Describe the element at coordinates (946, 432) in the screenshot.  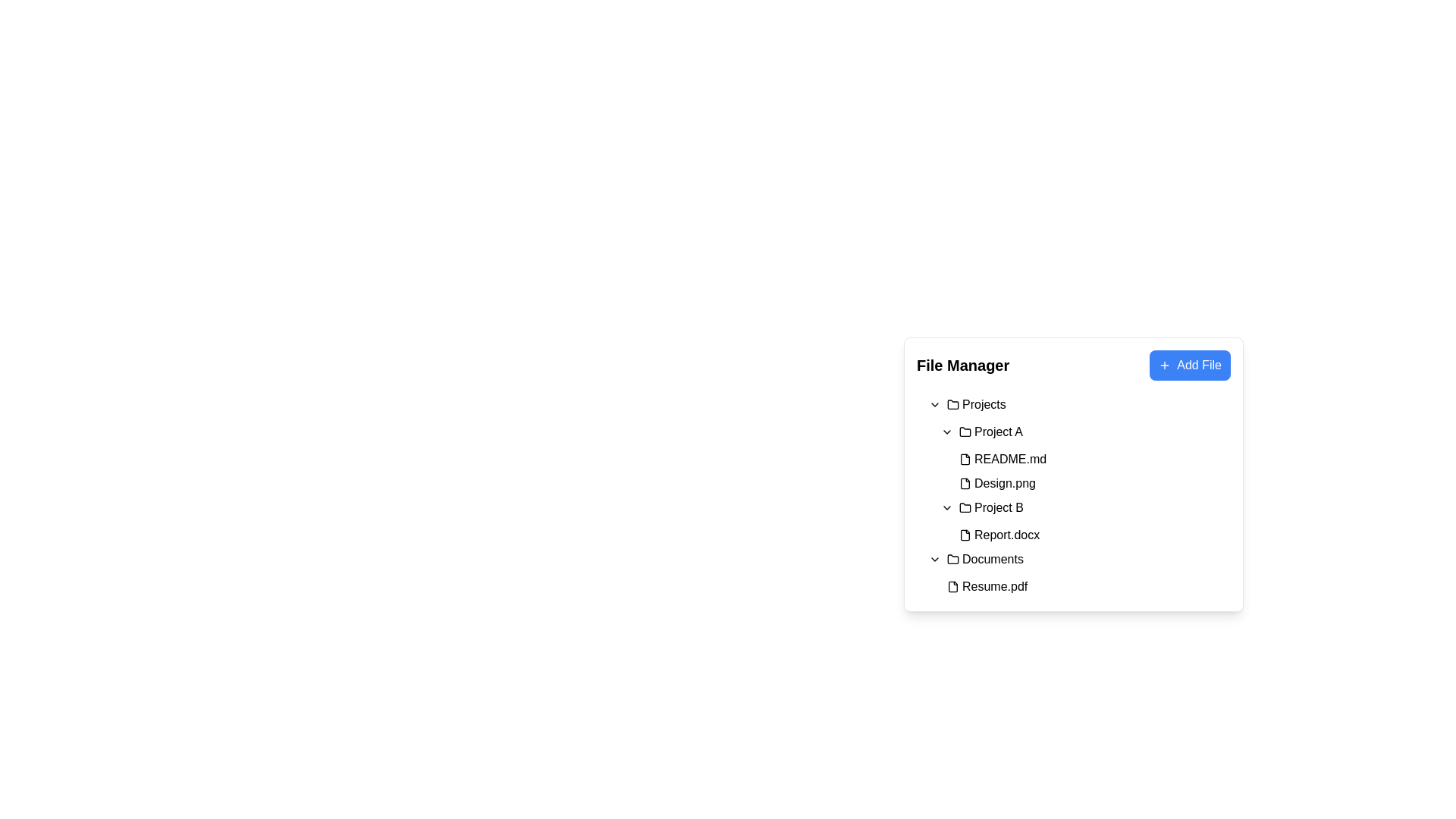
I see `the downward-pointing chevron icon next to 'Project A'` at that location.